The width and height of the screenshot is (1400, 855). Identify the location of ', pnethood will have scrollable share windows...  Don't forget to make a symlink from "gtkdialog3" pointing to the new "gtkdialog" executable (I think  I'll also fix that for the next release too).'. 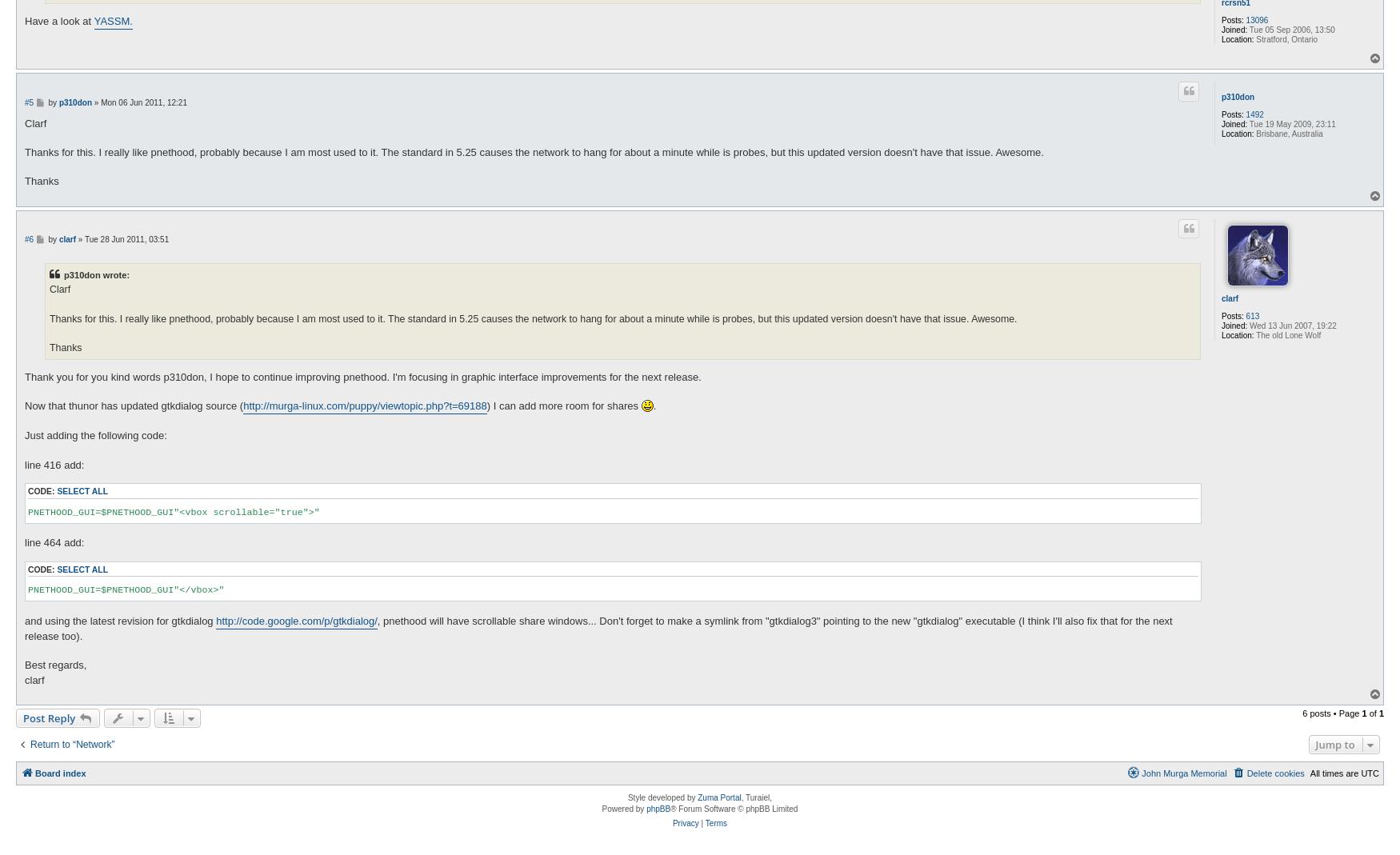
(598, 628).